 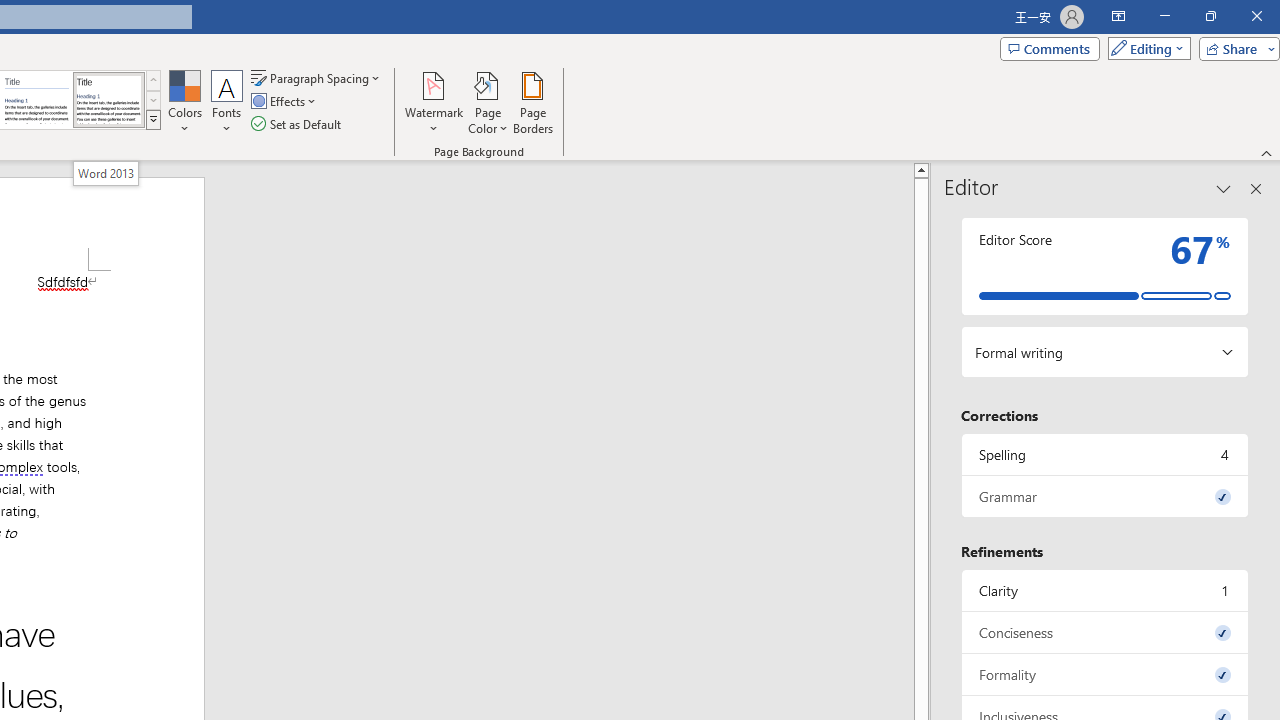 I want to click on 'Word 2010', so click(x=37, y=100).